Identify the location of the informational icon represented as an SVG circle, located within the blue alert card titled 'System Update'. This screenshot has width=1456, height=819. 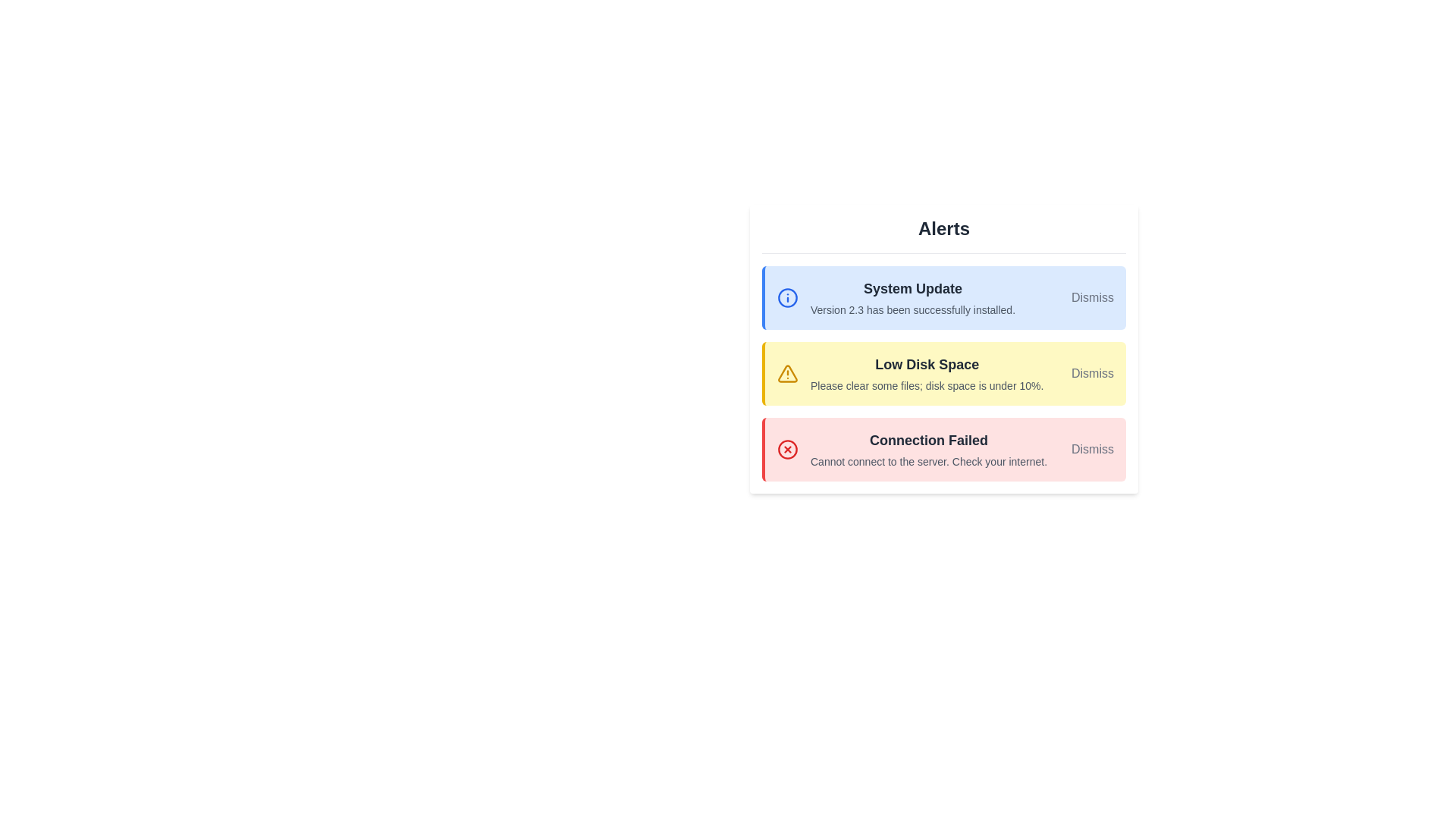
(787, 298).